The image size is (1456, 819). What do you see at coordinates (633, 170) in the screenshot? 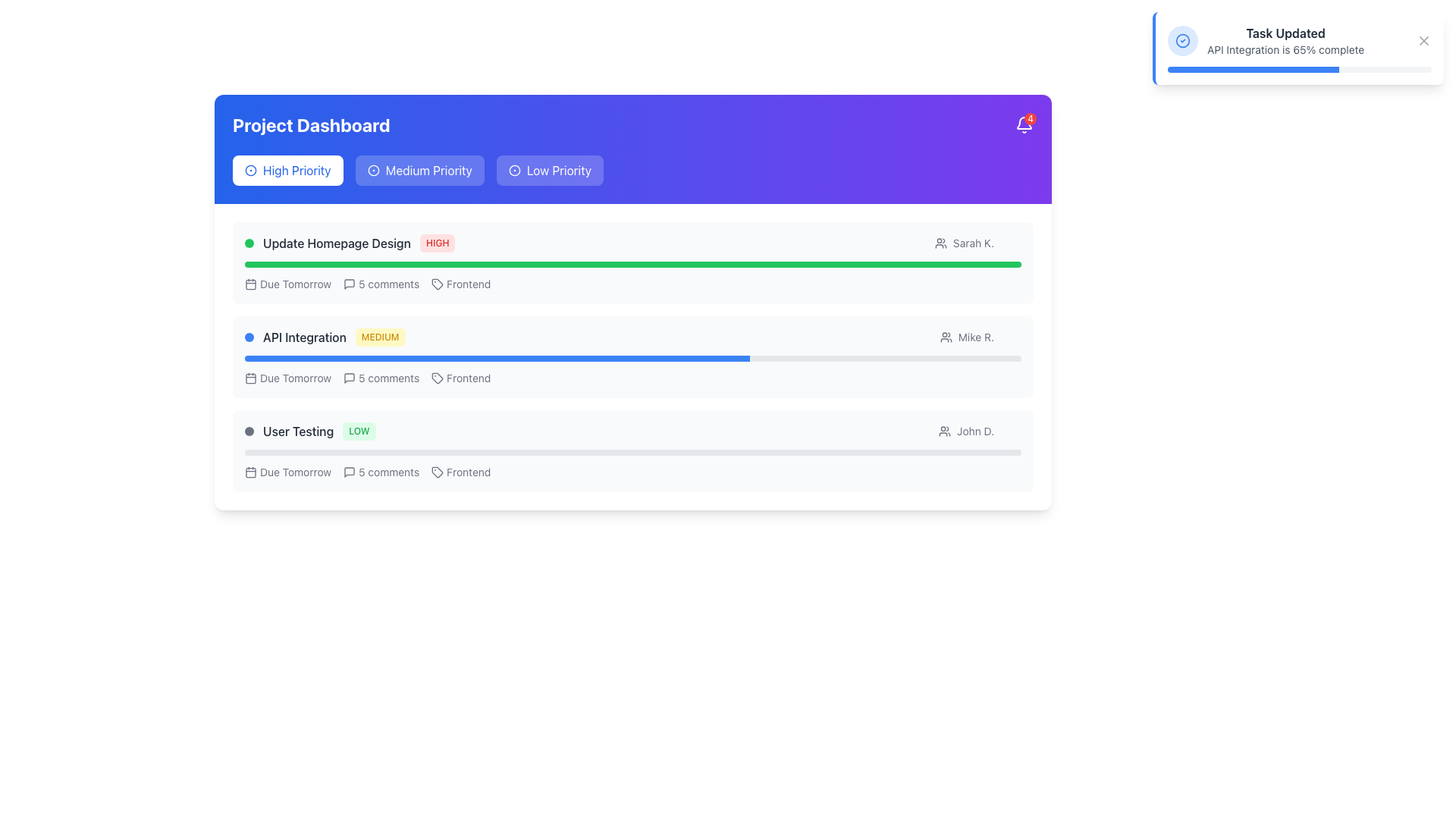
I see `the 'Low Priority' button in the button group located beneath the 'Project Dashboard' title` at bounding box center [633, 170].